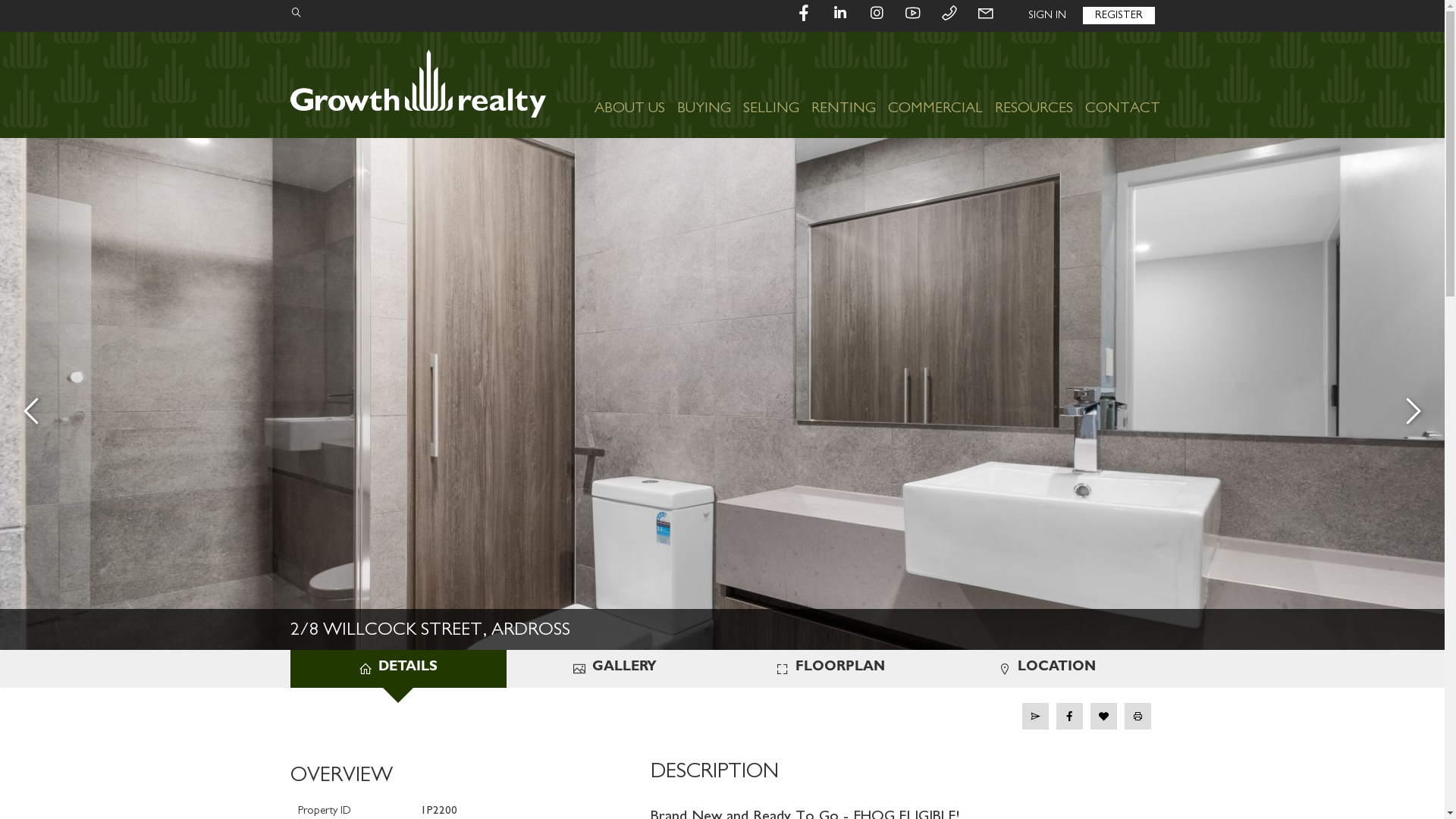 Image resolution: width=1456 pixels, height=819 pixels. What do you see at coordinates (614, 668) in the screenshot?
I see `'GALLERY'` at bounding box center [614, 668].